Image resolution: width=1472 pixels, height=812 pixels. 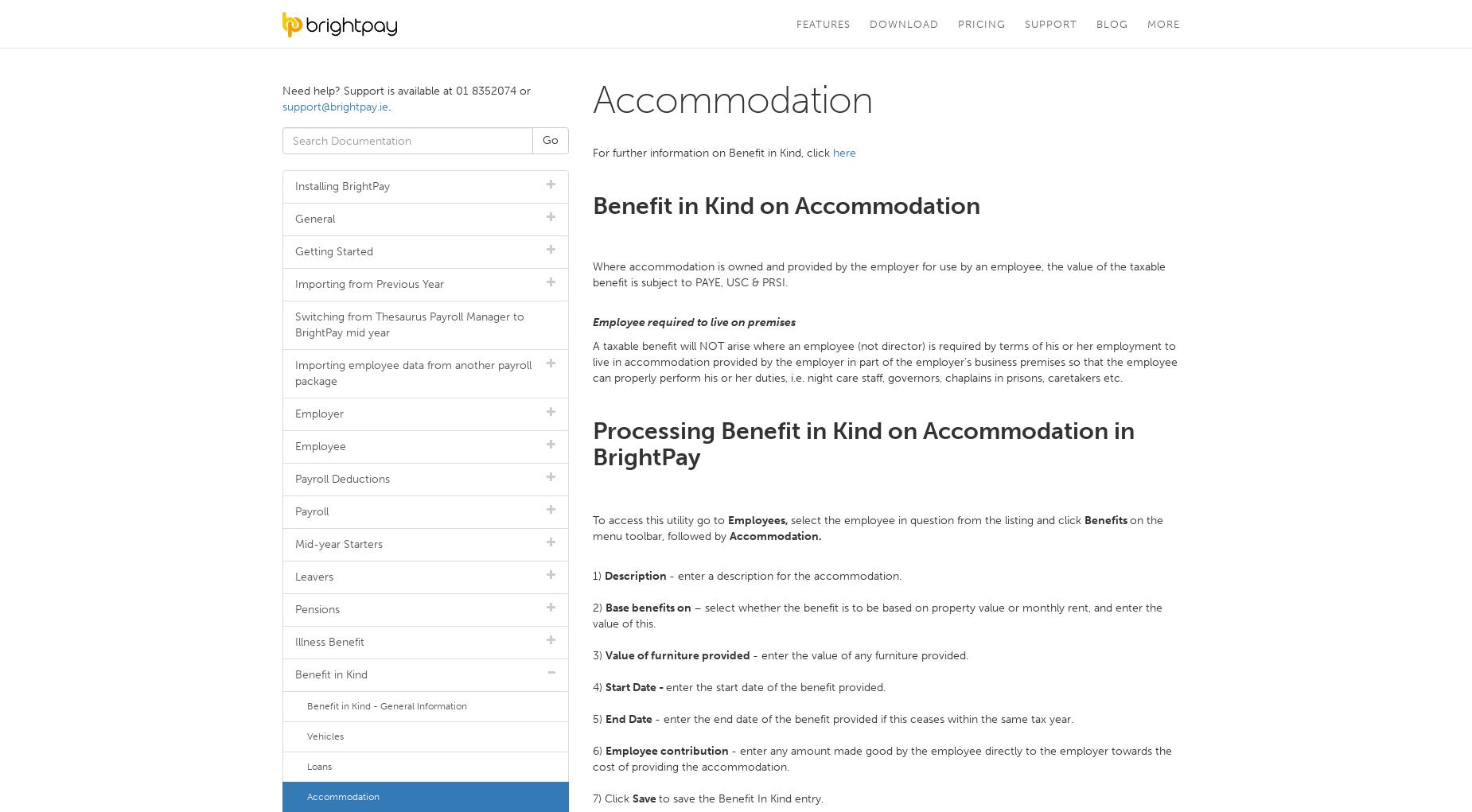 I want to click on 'General', so click(x=314, y=218).